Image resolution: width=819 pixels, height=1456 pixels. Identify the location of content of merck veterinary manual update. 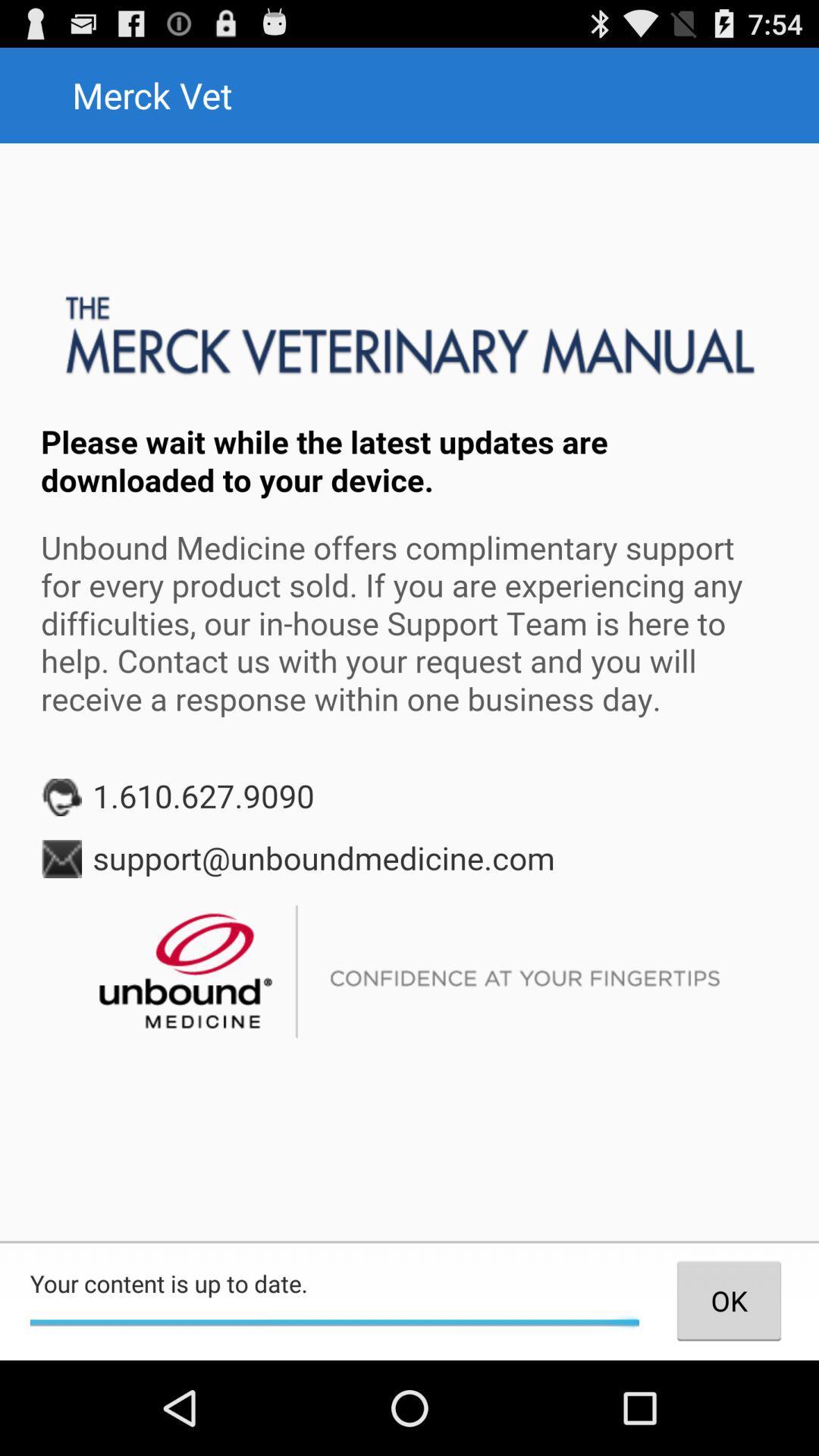
(409, 691).